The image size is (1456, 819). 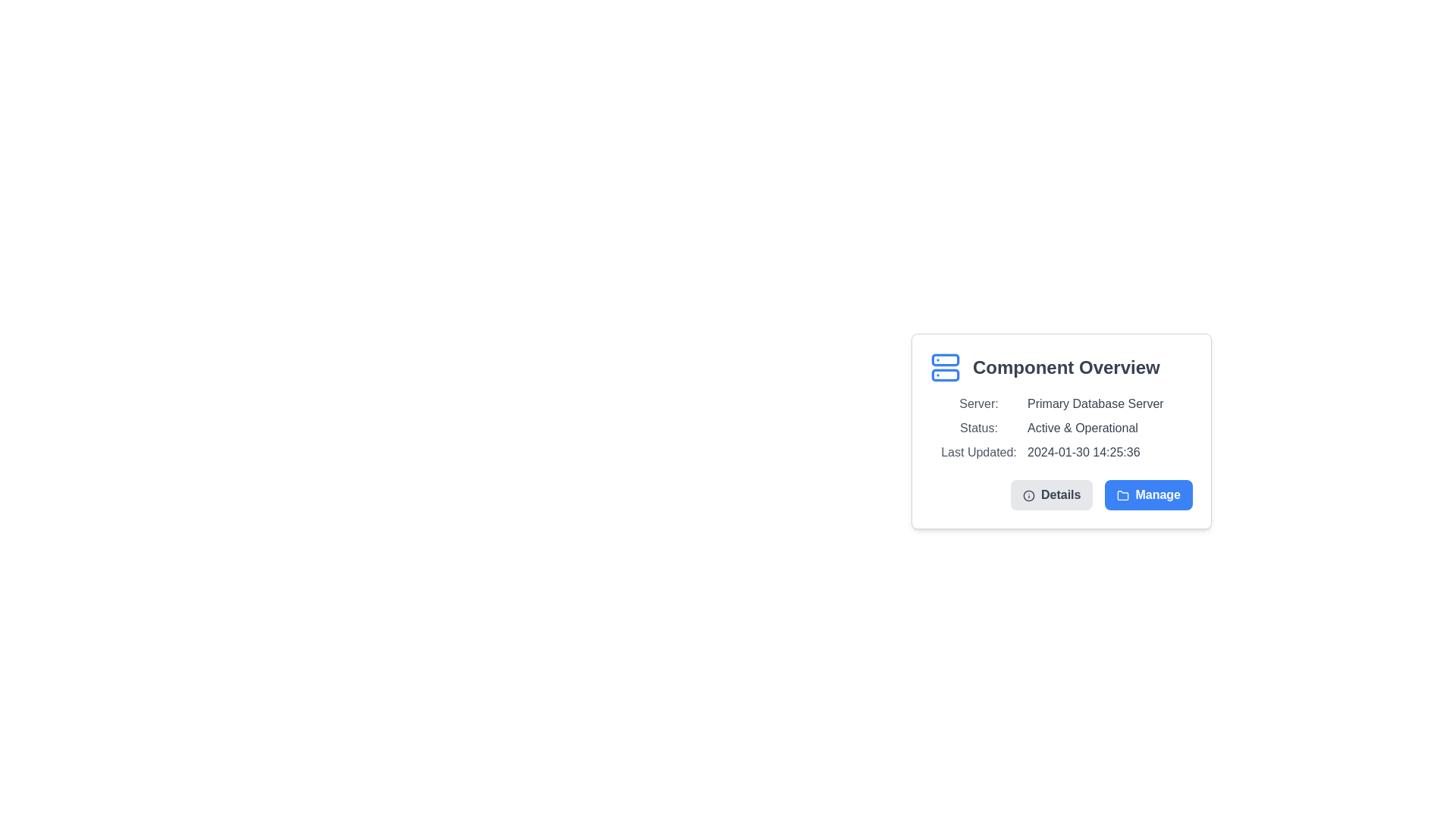 I want to click on the text field displaying information labeled 'Server:' with the associated value 'Primary Database Server', which is the first row of text in a vertical sequence within the card layout, so click(x=1061, y=403).